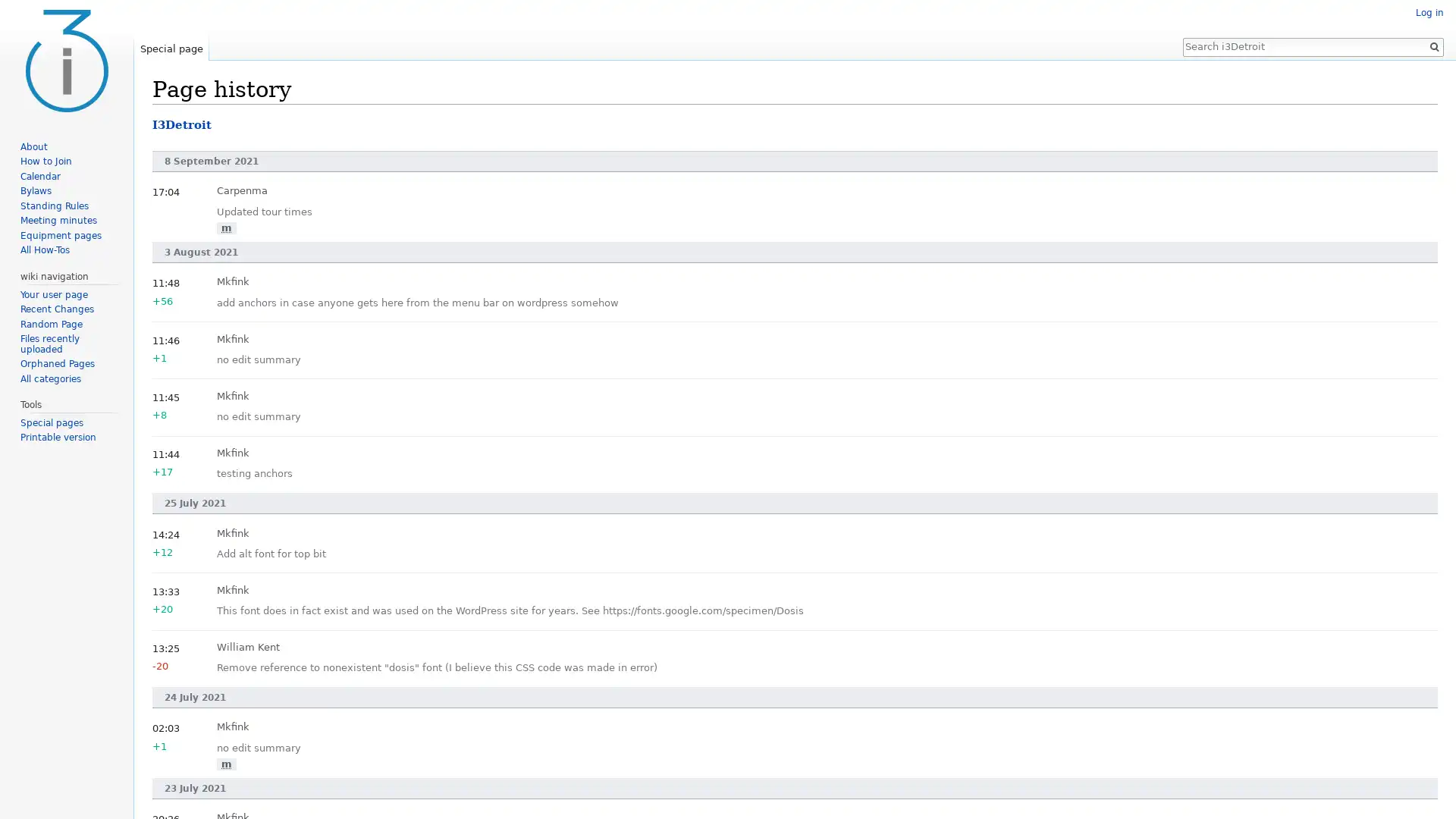 The width and height of the screenshot is (1456, 819). Describe the element at coordinates (1433, 45) in the screenshot. I see `Go` at that location.